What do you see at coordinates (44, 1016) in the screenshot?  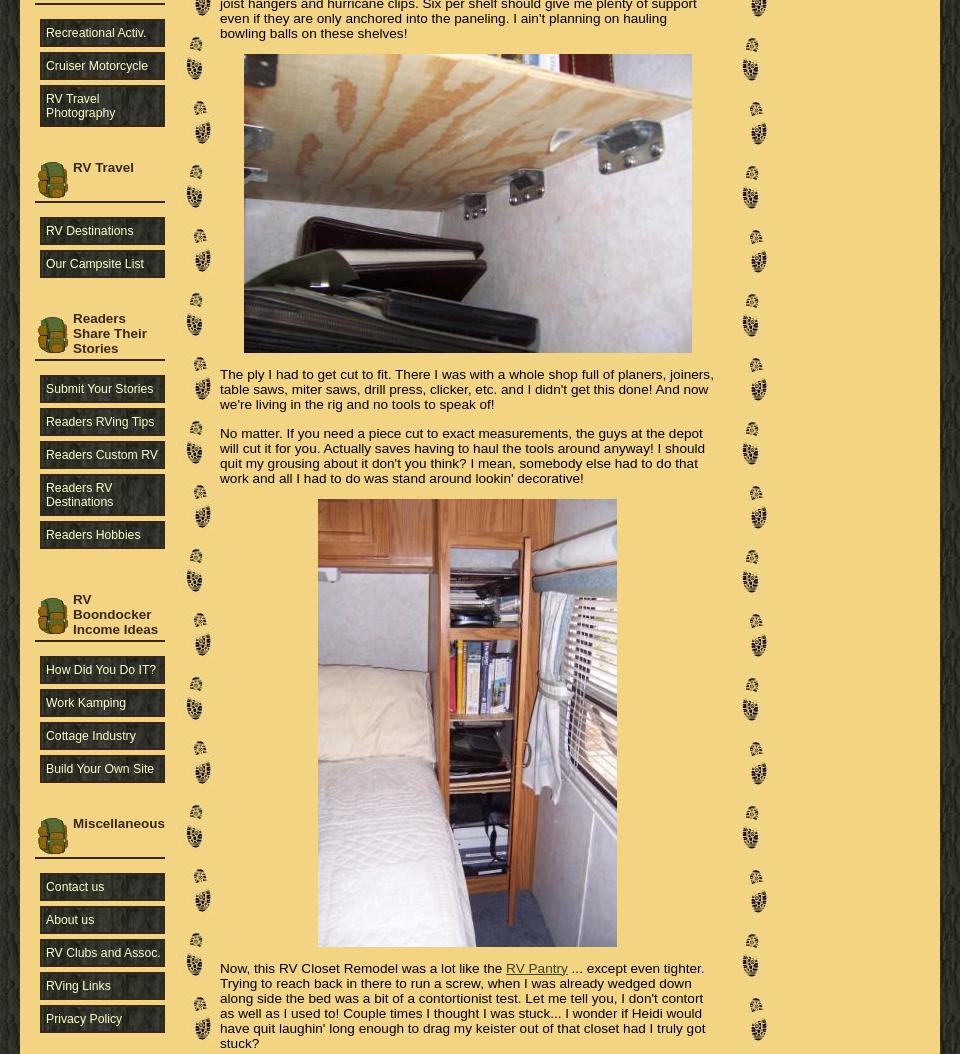 I see `'Privacy Policy'` at bounding box center [44, 1016].